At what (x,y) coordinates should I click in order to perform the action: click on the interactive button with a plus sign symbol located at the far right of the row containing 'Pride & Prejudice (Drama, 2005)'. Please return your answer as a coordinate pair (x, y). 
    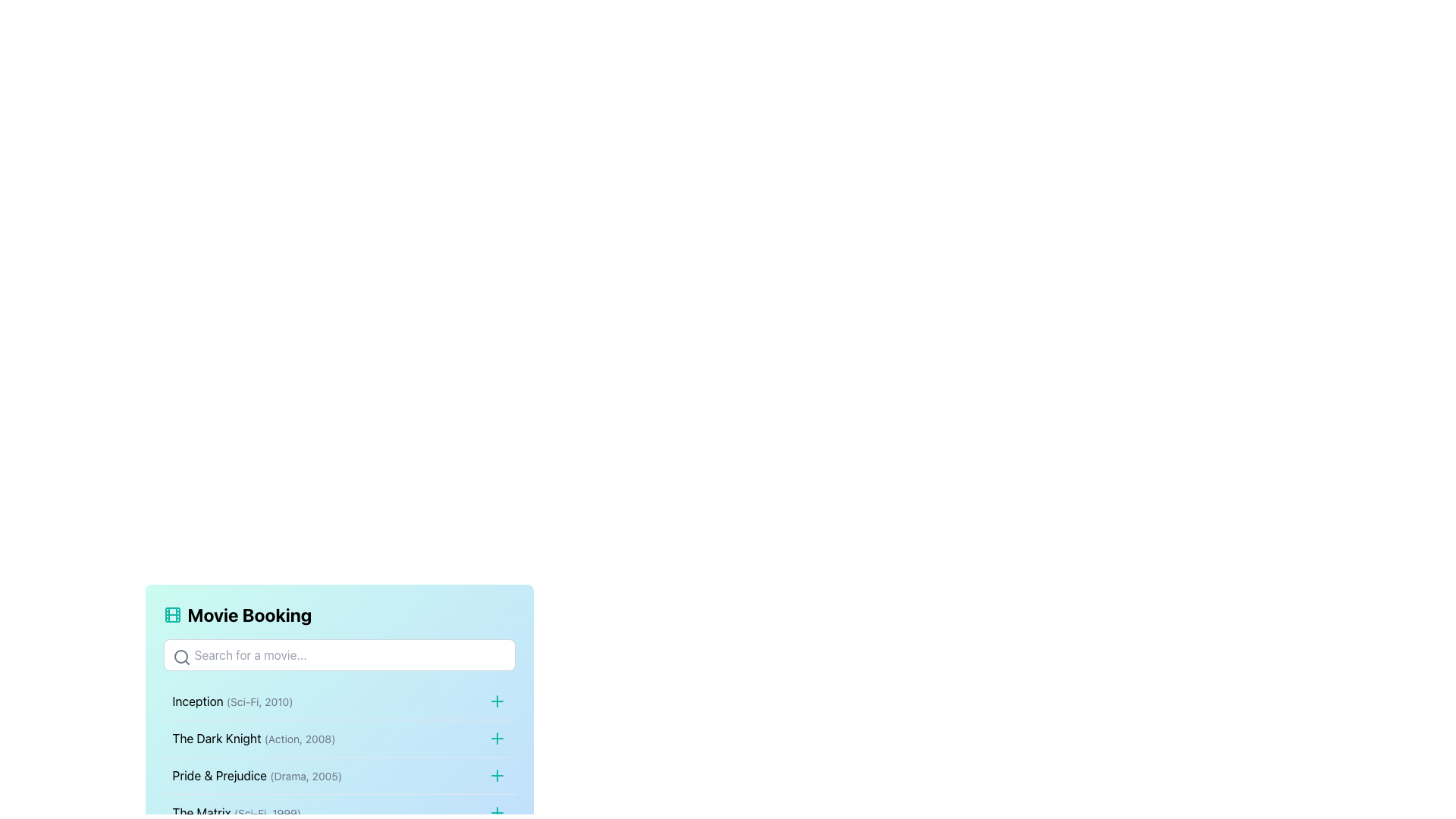
    Looking at the image, I should click on (497, 775).